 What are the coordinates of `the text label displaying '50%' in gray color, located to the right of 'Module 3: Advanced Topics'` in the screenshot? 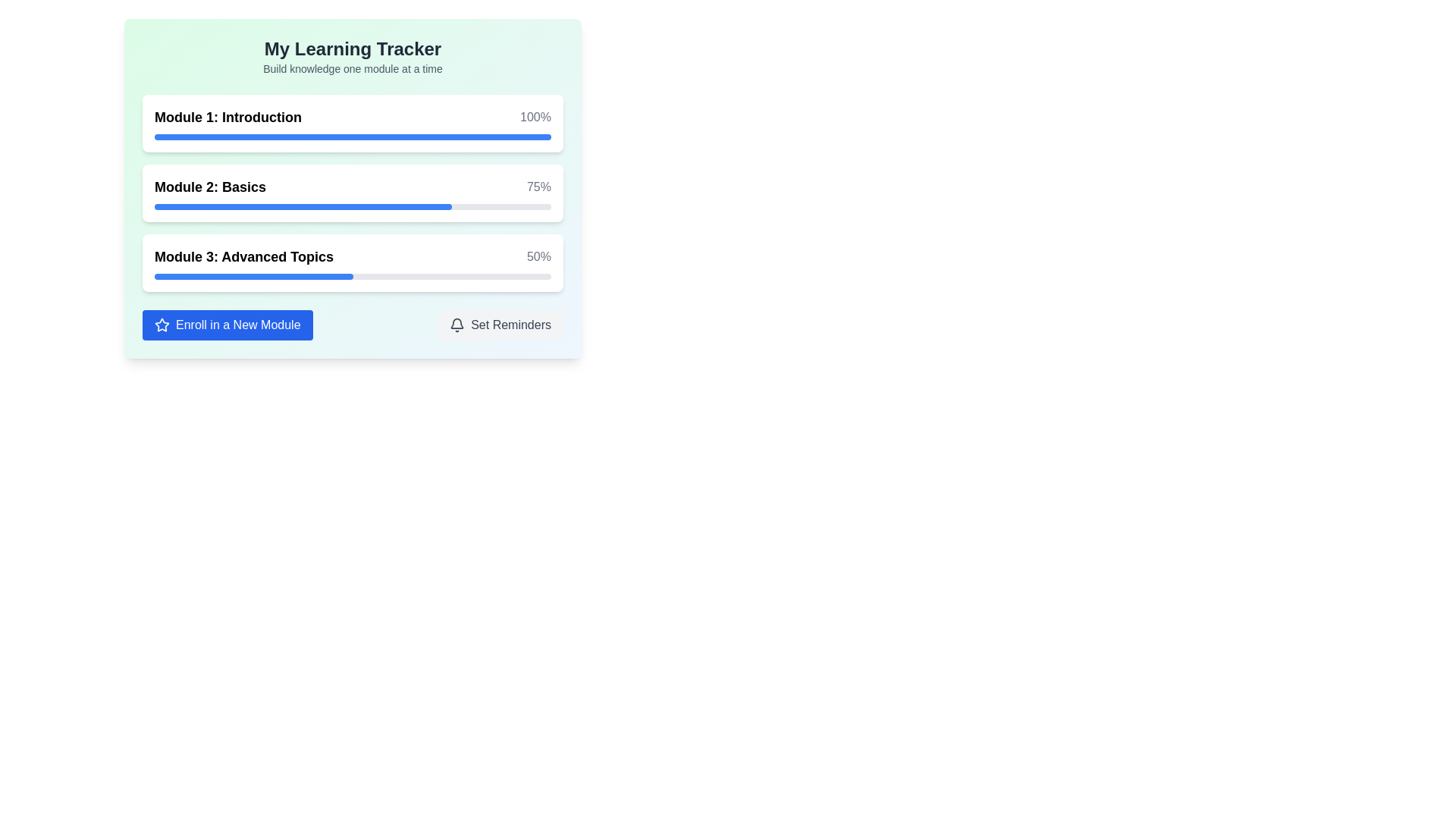 It's located at (538, 256).